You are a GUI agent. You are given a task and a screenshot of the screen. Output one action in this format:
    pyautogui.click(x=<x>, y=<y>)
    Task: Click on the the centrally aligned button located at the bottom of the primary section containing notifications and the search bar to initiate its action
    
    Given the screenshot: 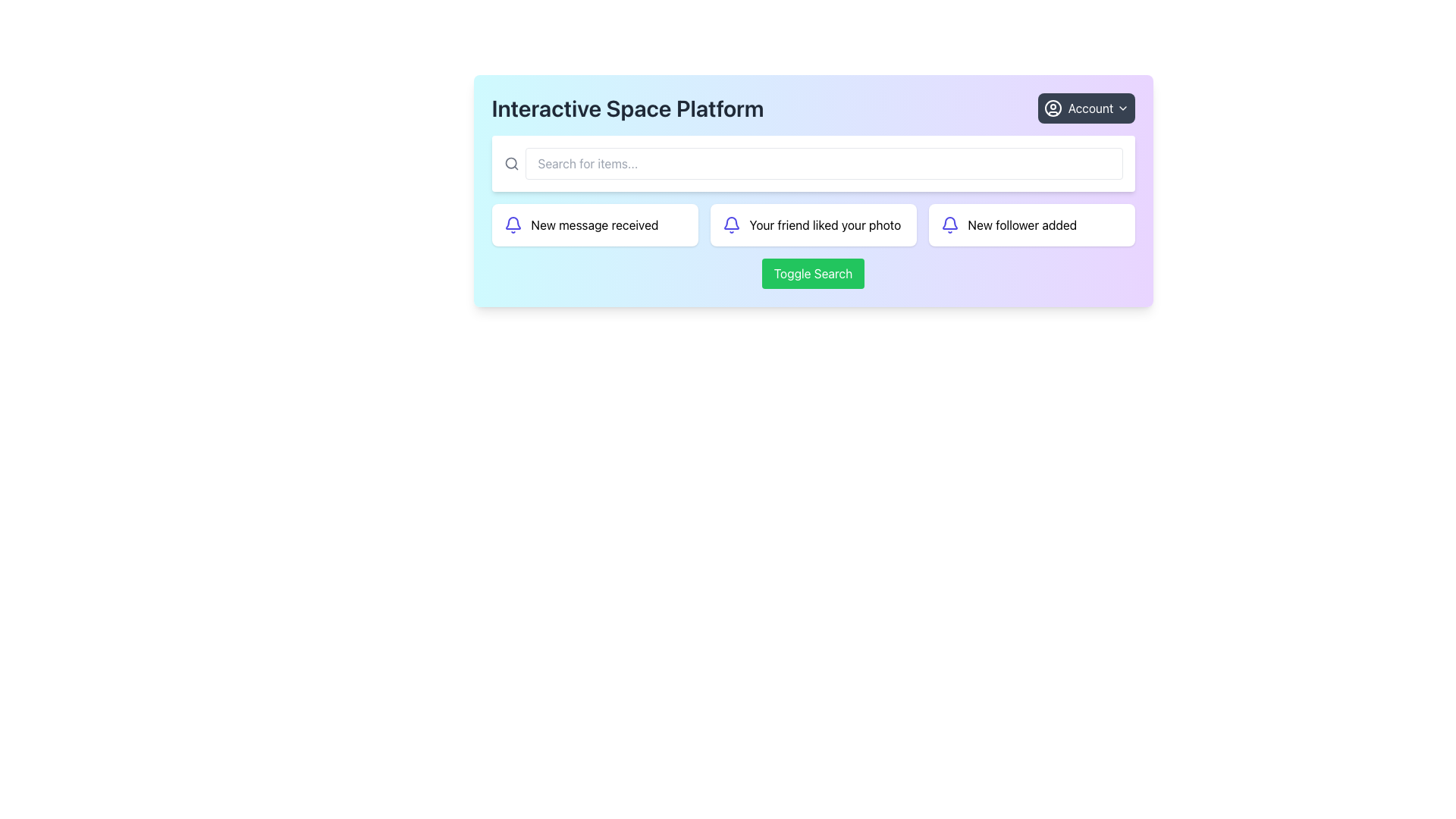 What is the action you would take?
    pyautogui.click(x=812, y=274)
    